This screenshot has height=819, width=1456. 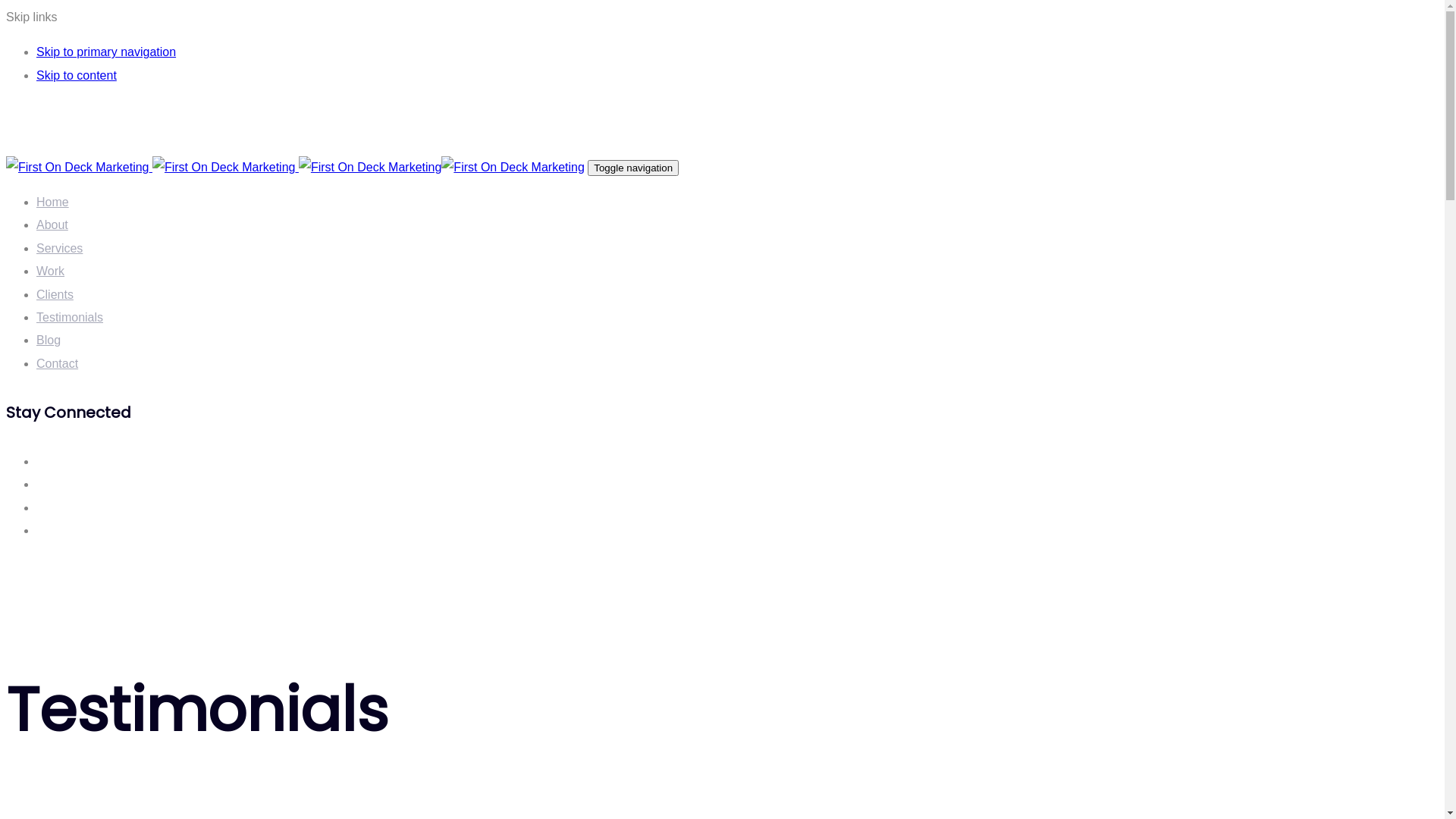 What do you see at coordinates (68, 316) in the screenshot?
I see `'Testimonials'` at bounding box center [68, 316].